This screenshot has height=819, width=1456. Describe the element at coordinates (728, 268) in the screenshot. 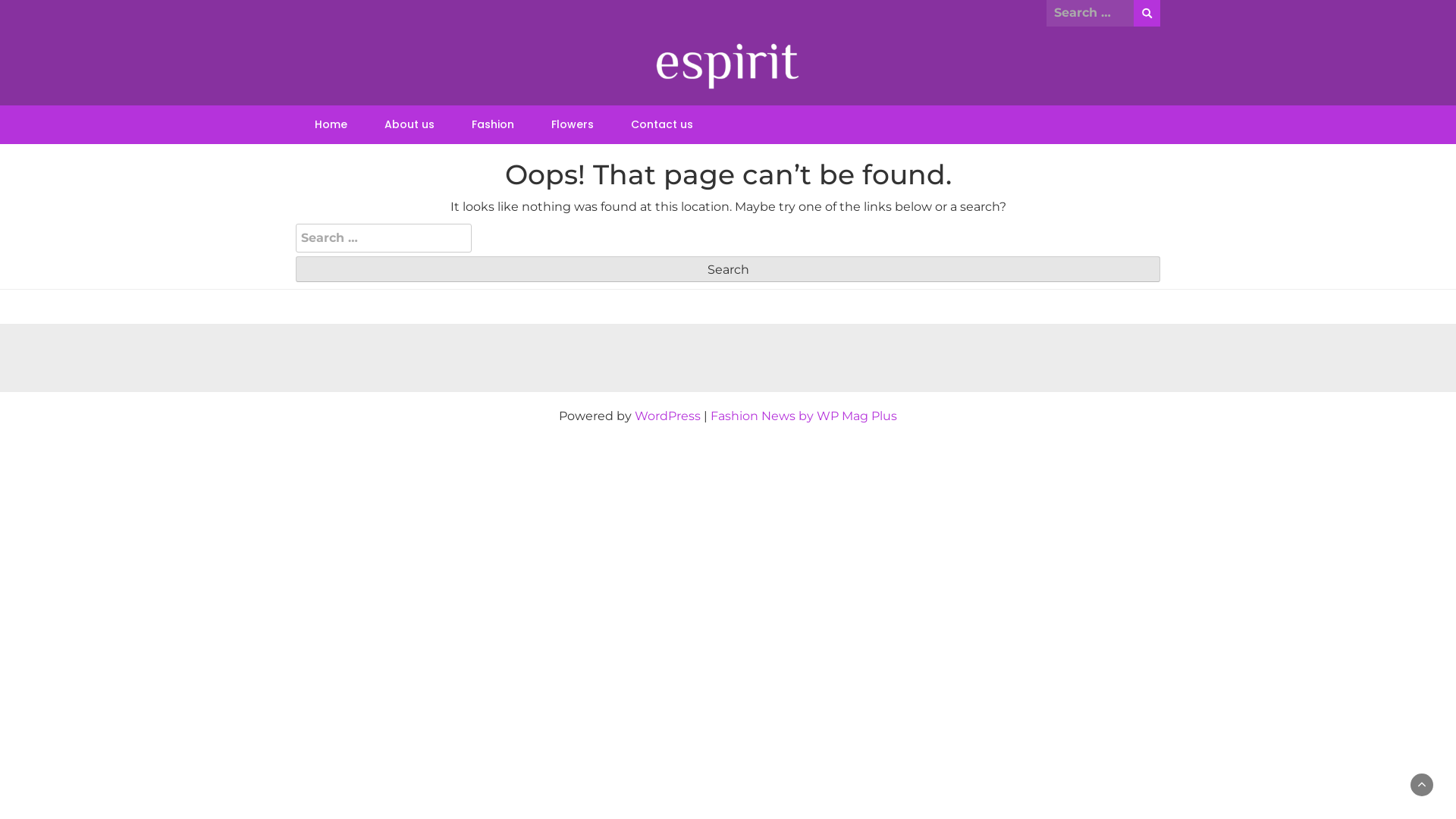

I see `'Search'` at that location.